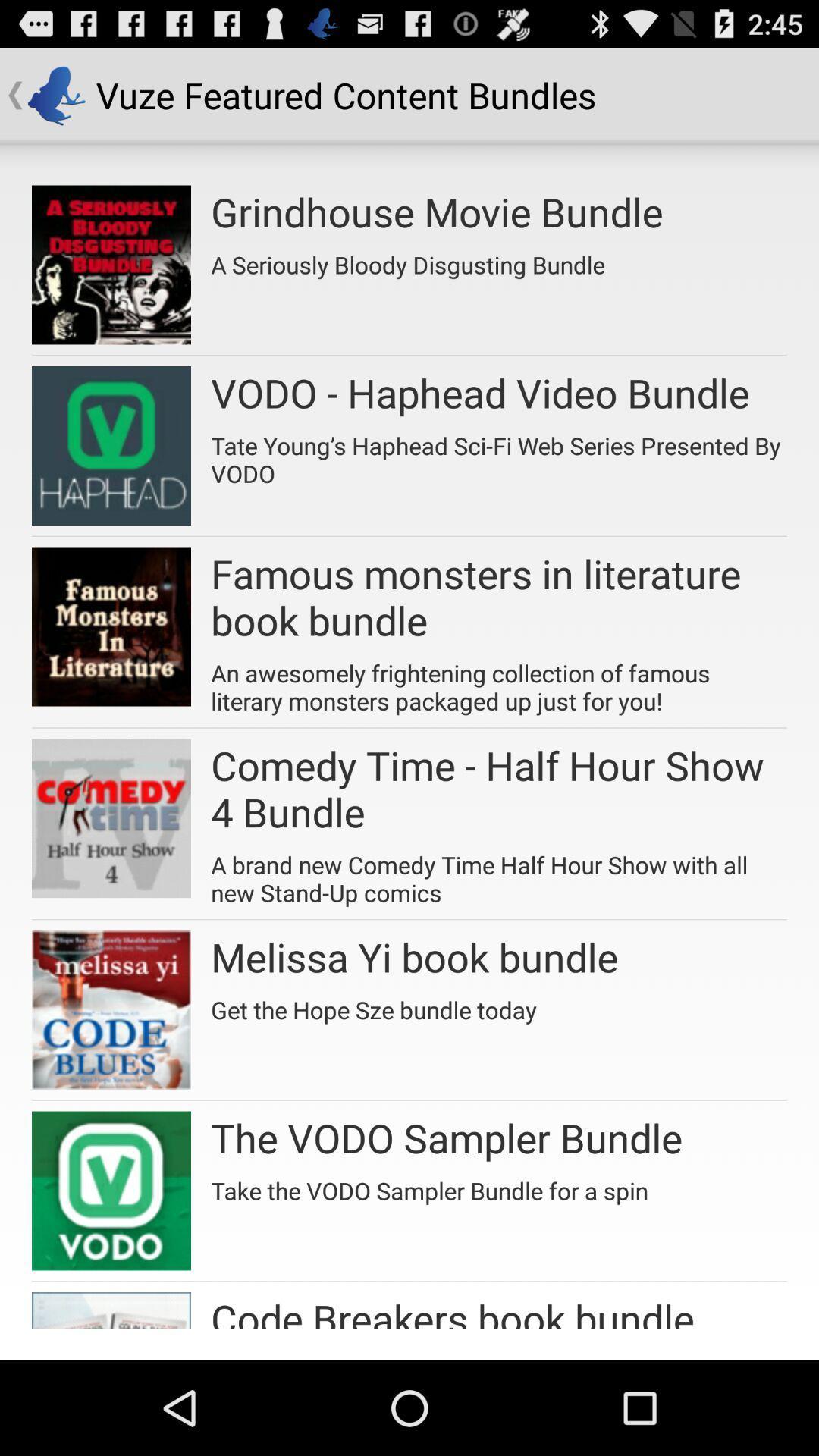 The image size is (819, 1456). What do you see at coordinates (407, 259) in the screenshot?
I see `the a seriously bloody app` at bounding box center [407, 259].